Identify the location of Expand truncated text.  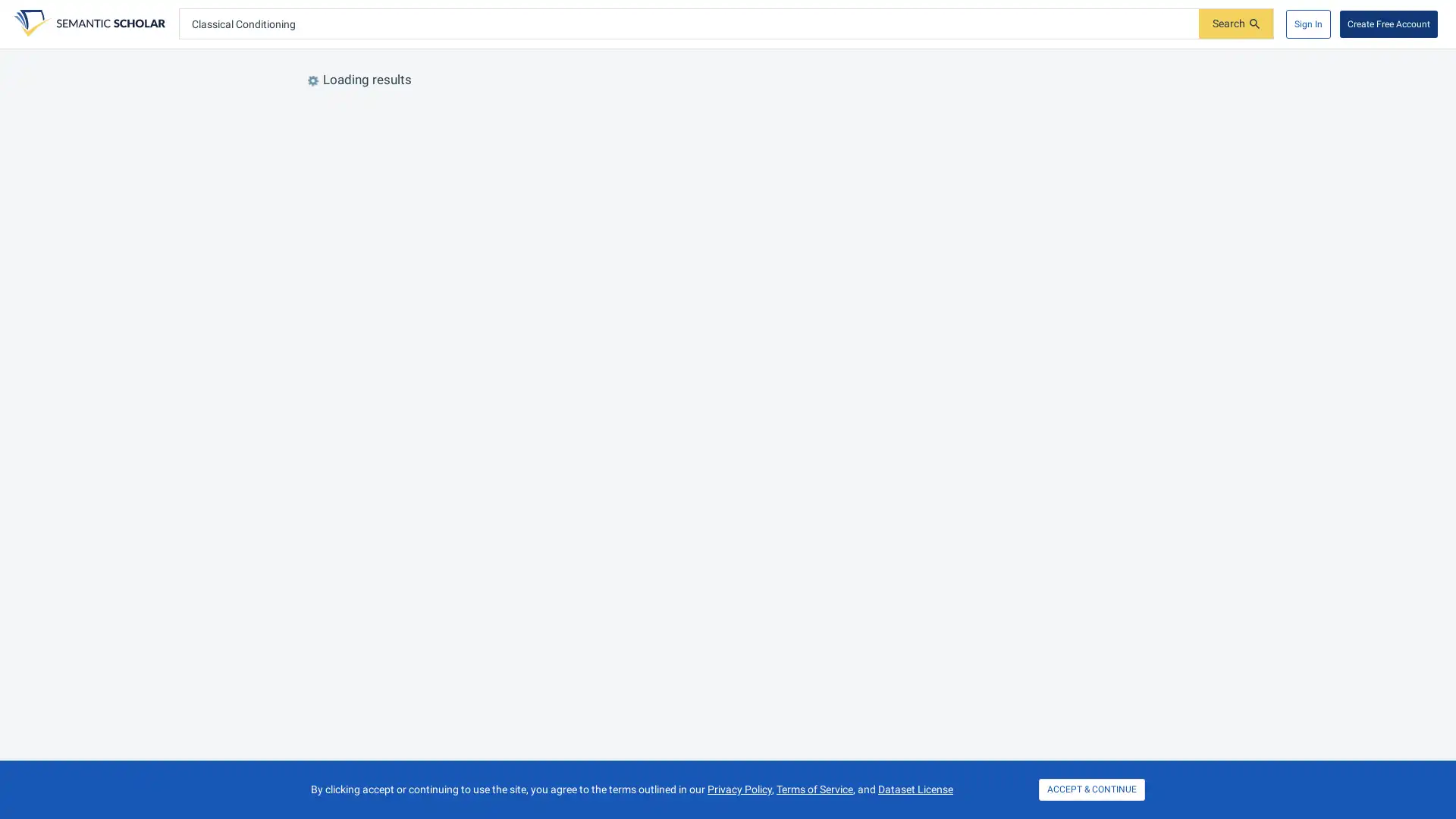
(532, 516).